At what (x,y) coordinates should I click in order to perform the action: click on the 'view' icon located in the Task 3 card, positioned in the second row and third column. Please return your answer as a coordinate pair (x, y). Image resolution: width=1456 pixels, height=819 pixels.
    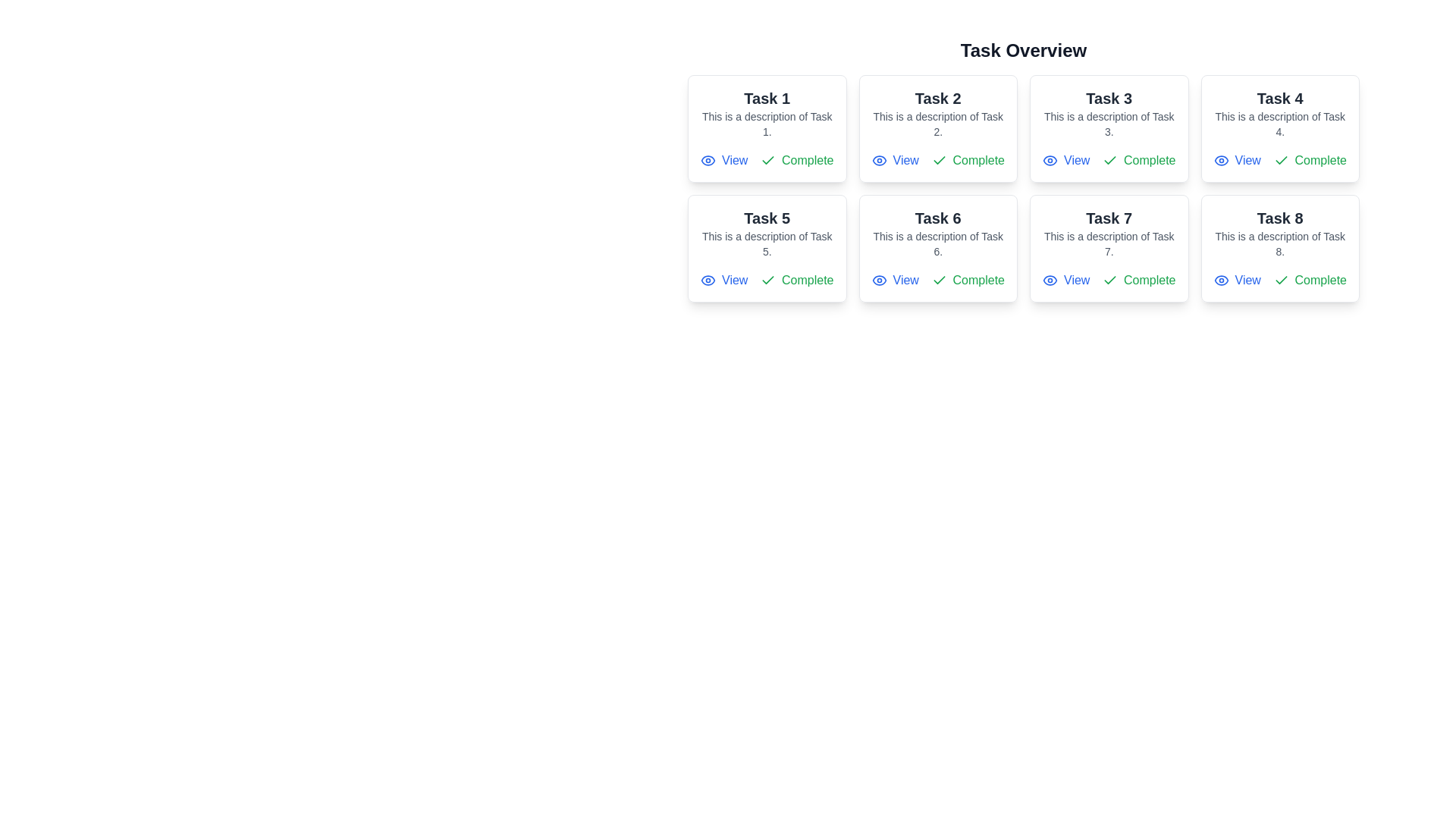
    Looking at the image, I should click on (1050, 161).